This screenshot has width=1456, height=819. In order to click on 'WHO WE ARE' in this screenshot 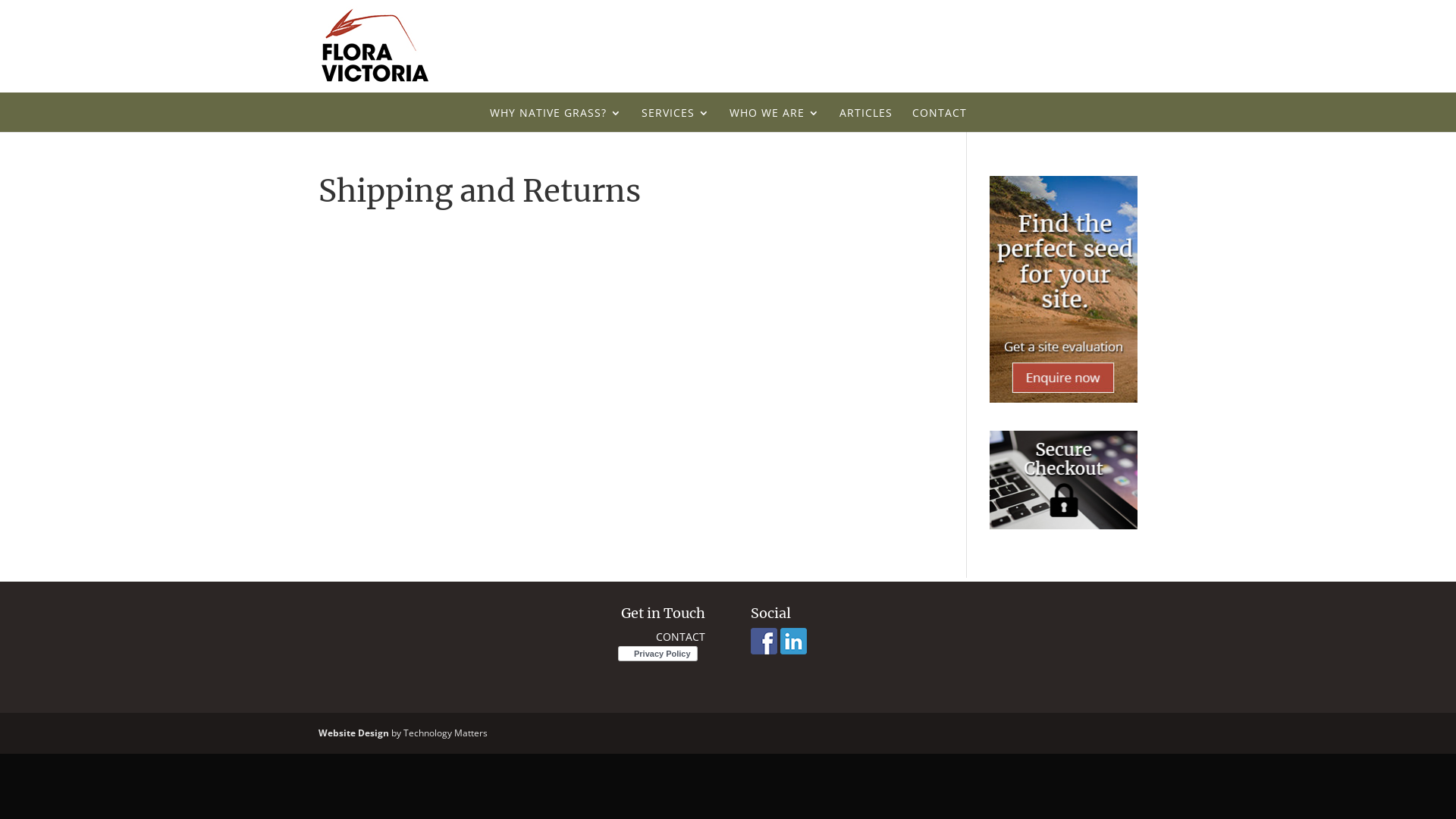, I will do `click(774, 119)`.